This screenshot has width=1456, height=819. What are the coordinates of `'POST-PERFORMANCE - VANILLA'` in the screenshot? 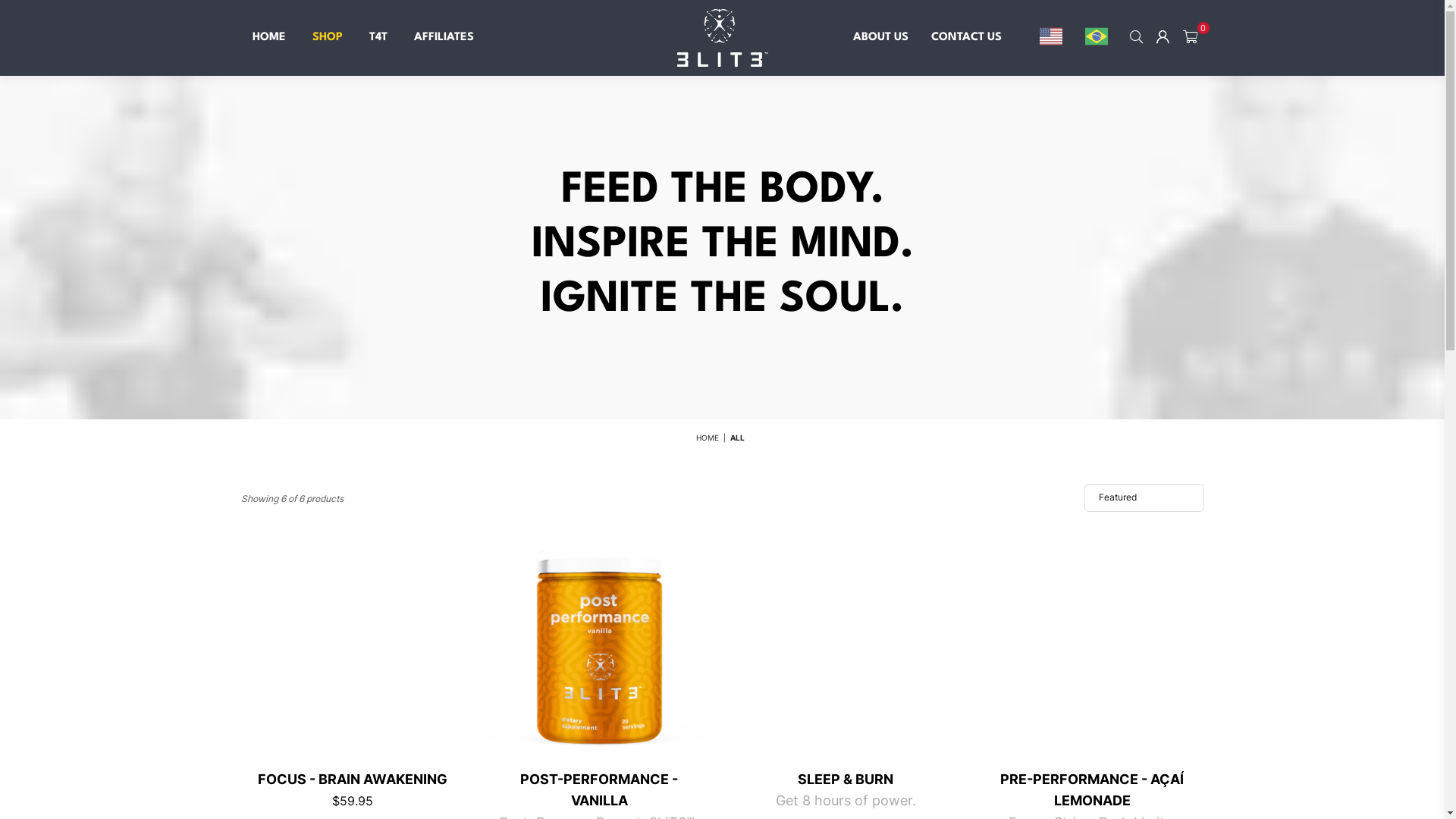 It's located at (598, 789).